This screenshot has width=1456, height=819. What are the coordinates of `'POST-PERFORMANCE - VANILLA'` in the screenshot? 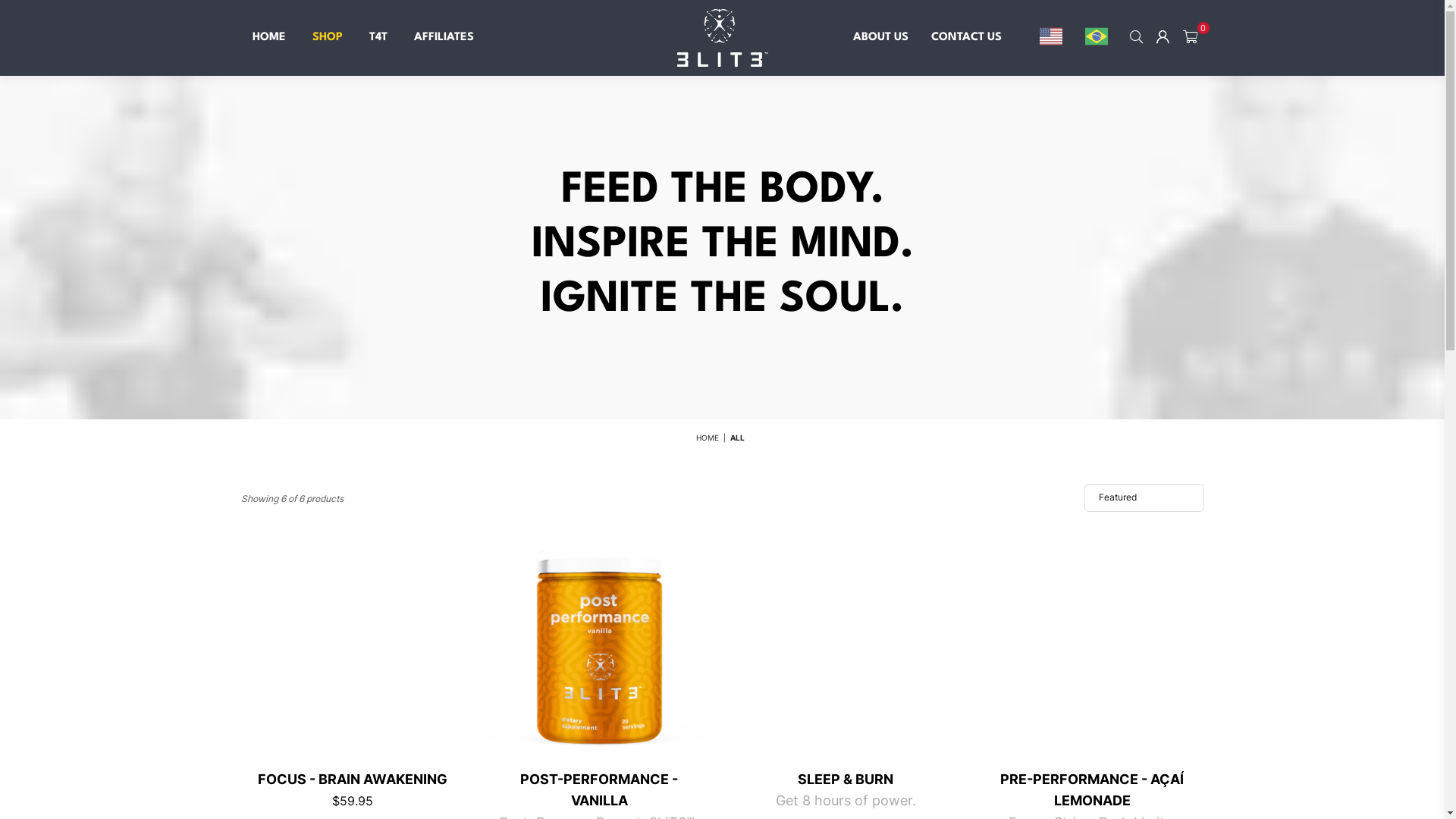 It's located at (598, 789).